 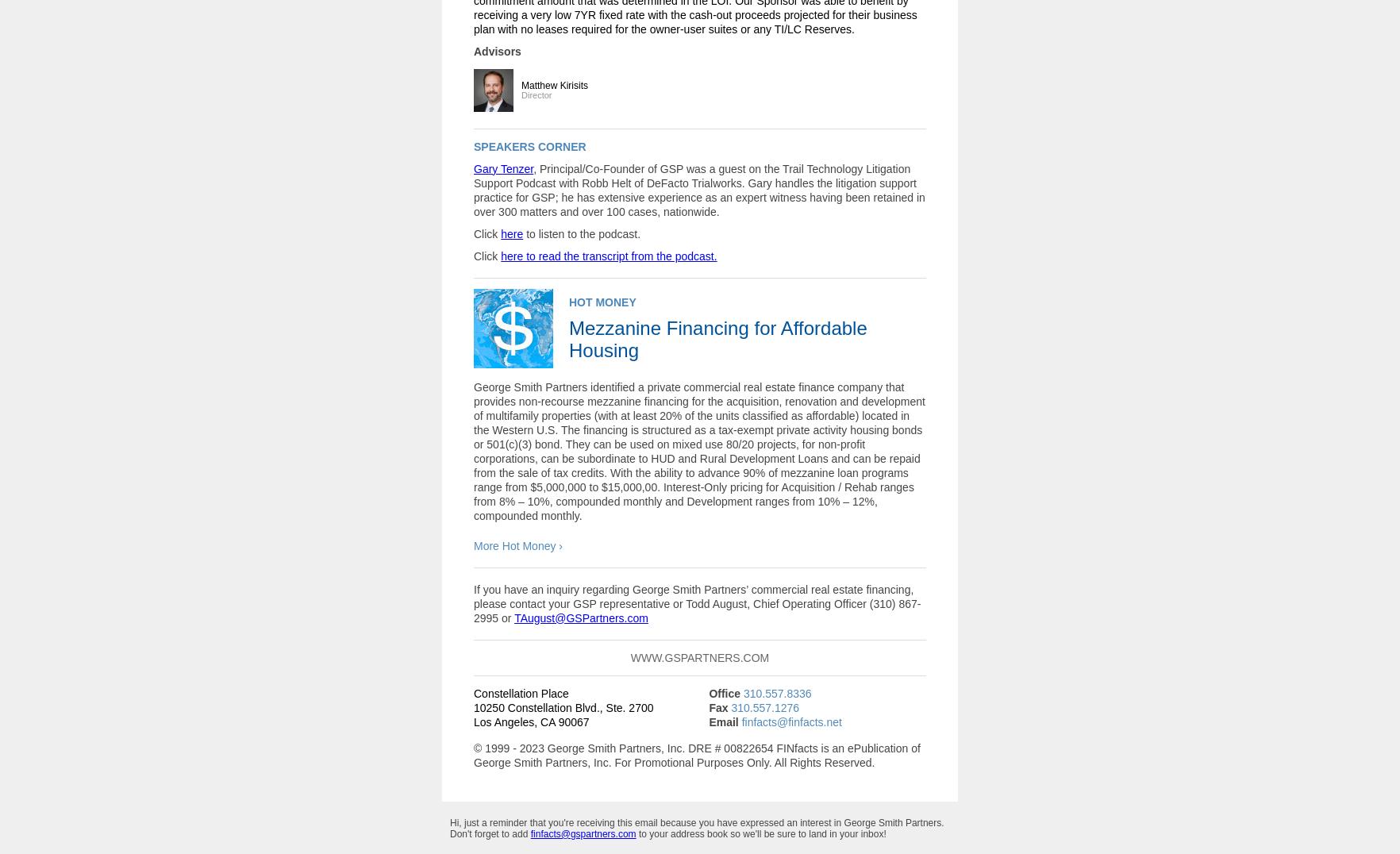 What do you see at coordinates (760, 833) in the screenshot?
I see `'to your address book so we'll be sure to land in your inbox!'` at bounding box center [760, 833].